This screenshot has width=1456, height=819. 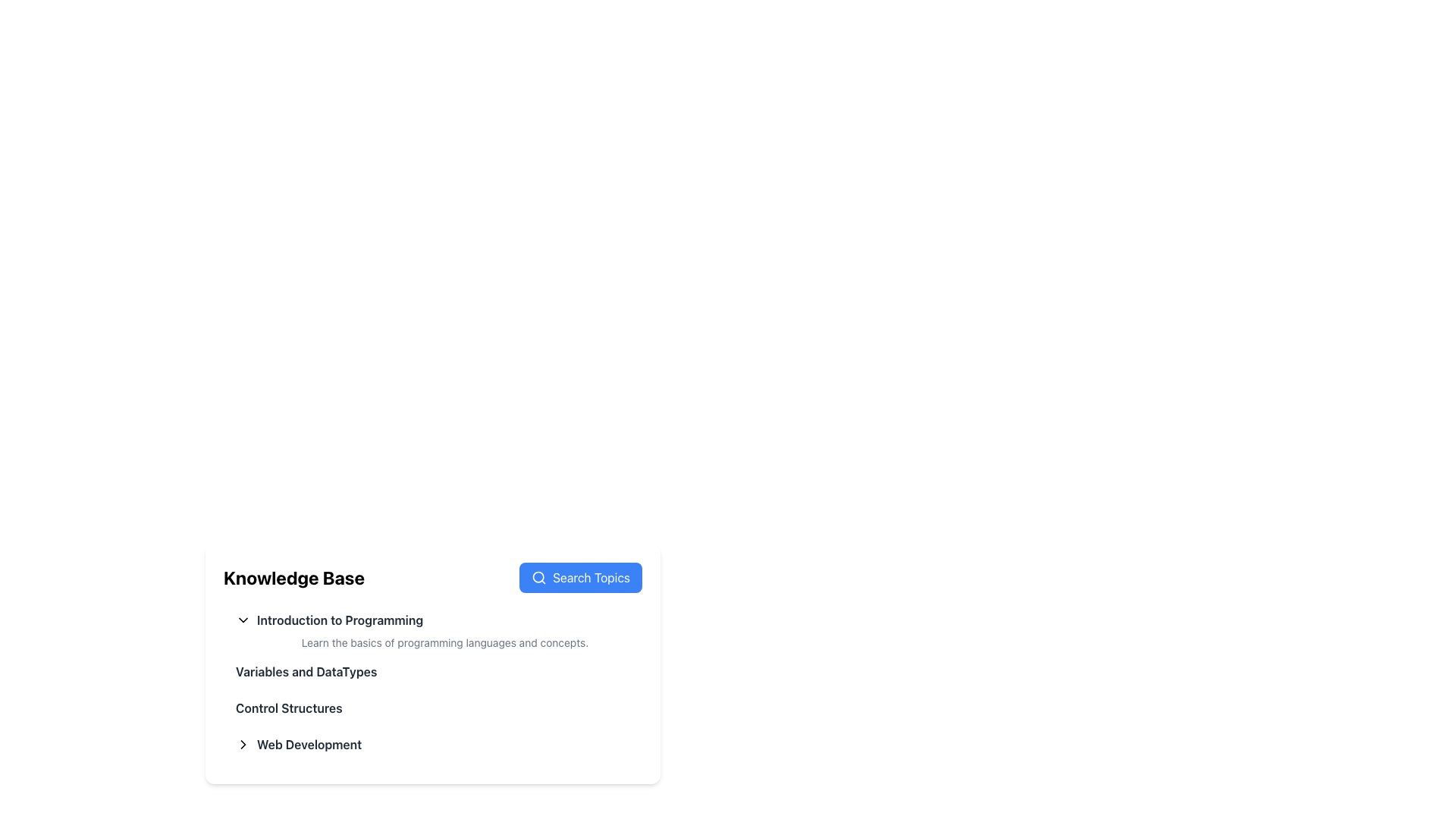 I want to click on the 'Search Topics' button in the 'Knowledge Base' section, so click(x=432, y=578).